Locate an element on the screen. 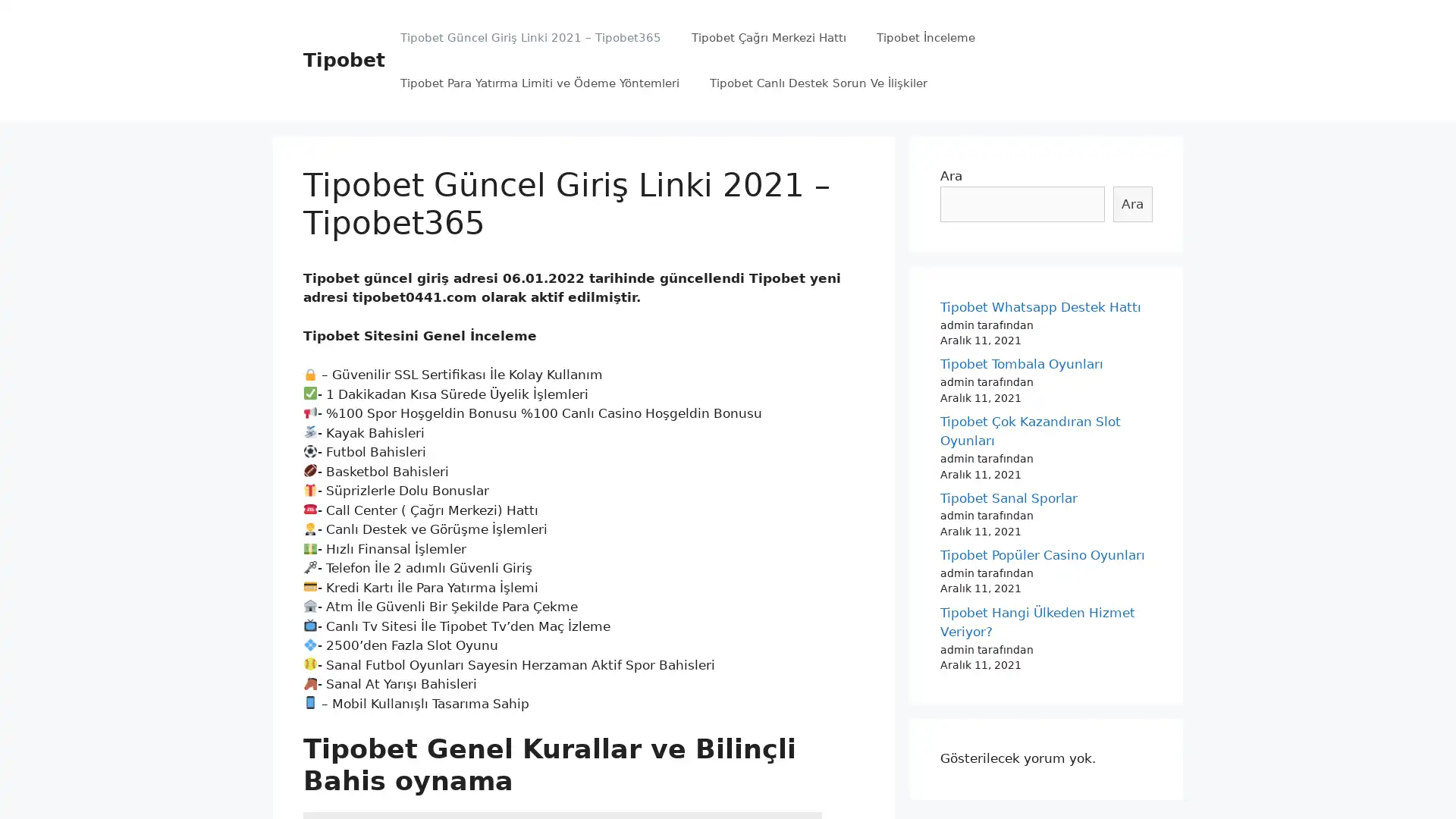 The image size is (1456, 819). Ara is located at coordinates (1132, 203).